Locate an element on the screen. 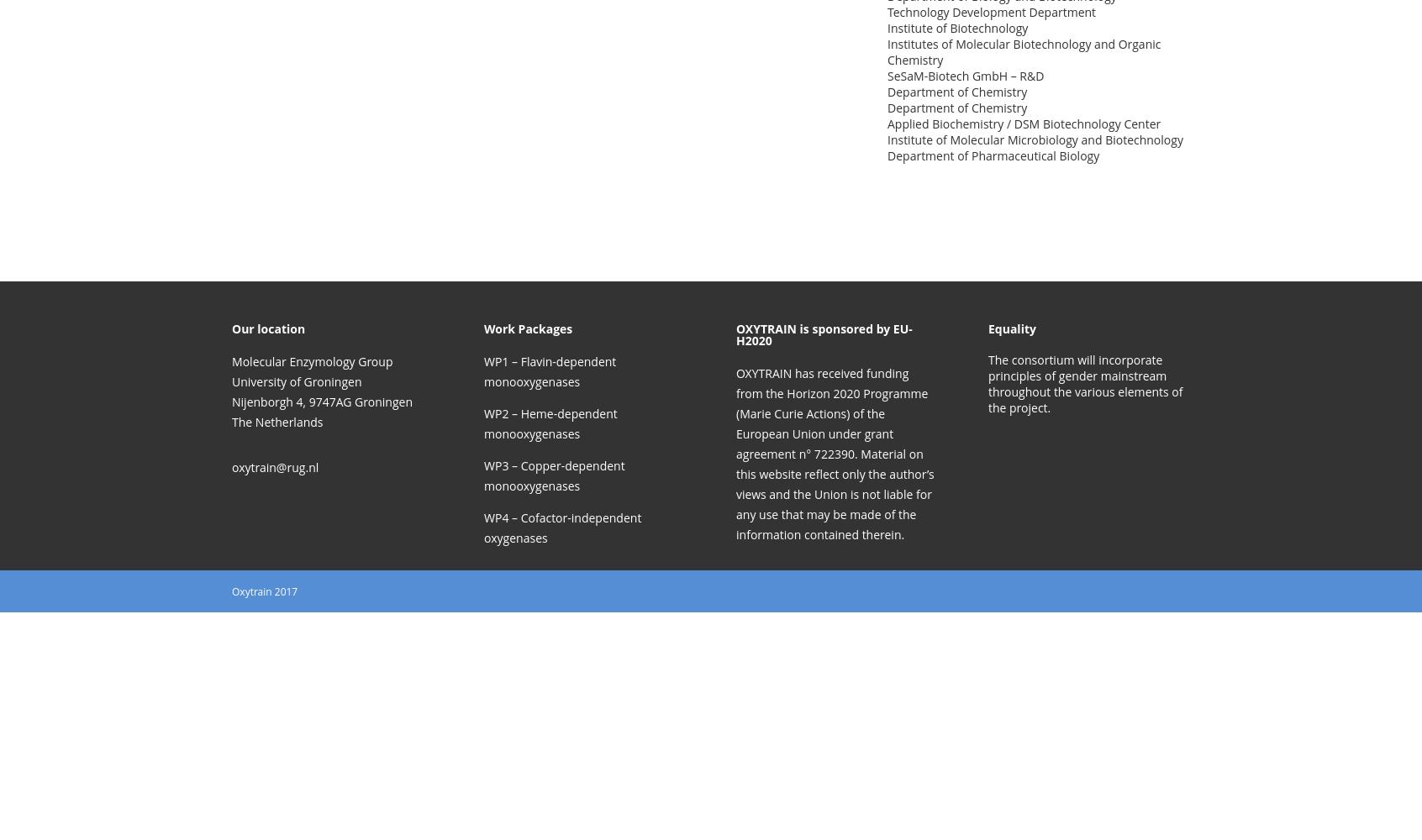  'WP4 – Cofactor-independent oxygenases' is located at coordinates (562, 528).